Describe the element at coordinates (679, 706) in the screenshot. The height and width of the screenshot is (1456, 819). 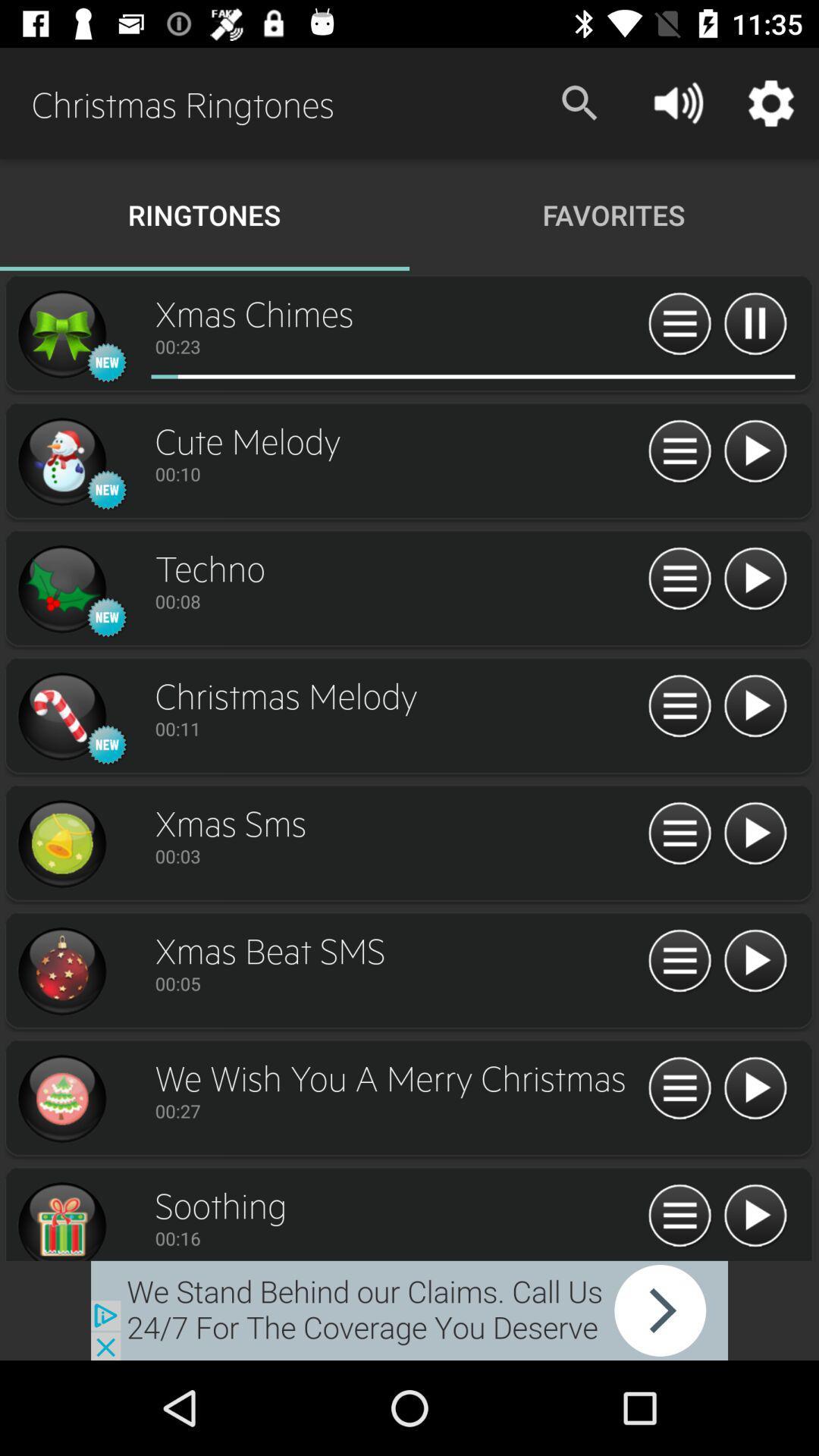
I see `see details` at that location.